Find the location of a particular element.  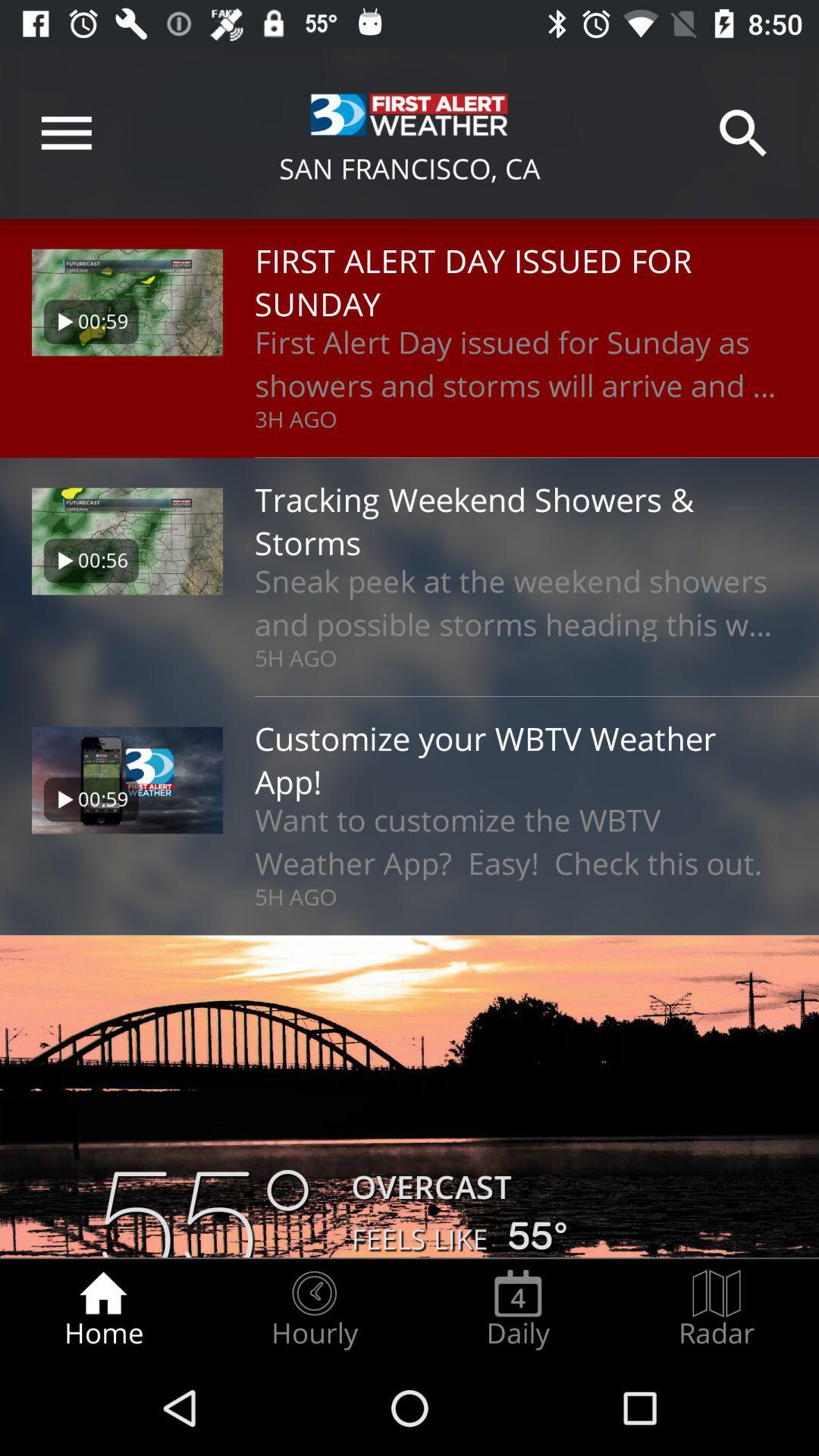

item to the right of the home item is located at coordinates (313, 1309).